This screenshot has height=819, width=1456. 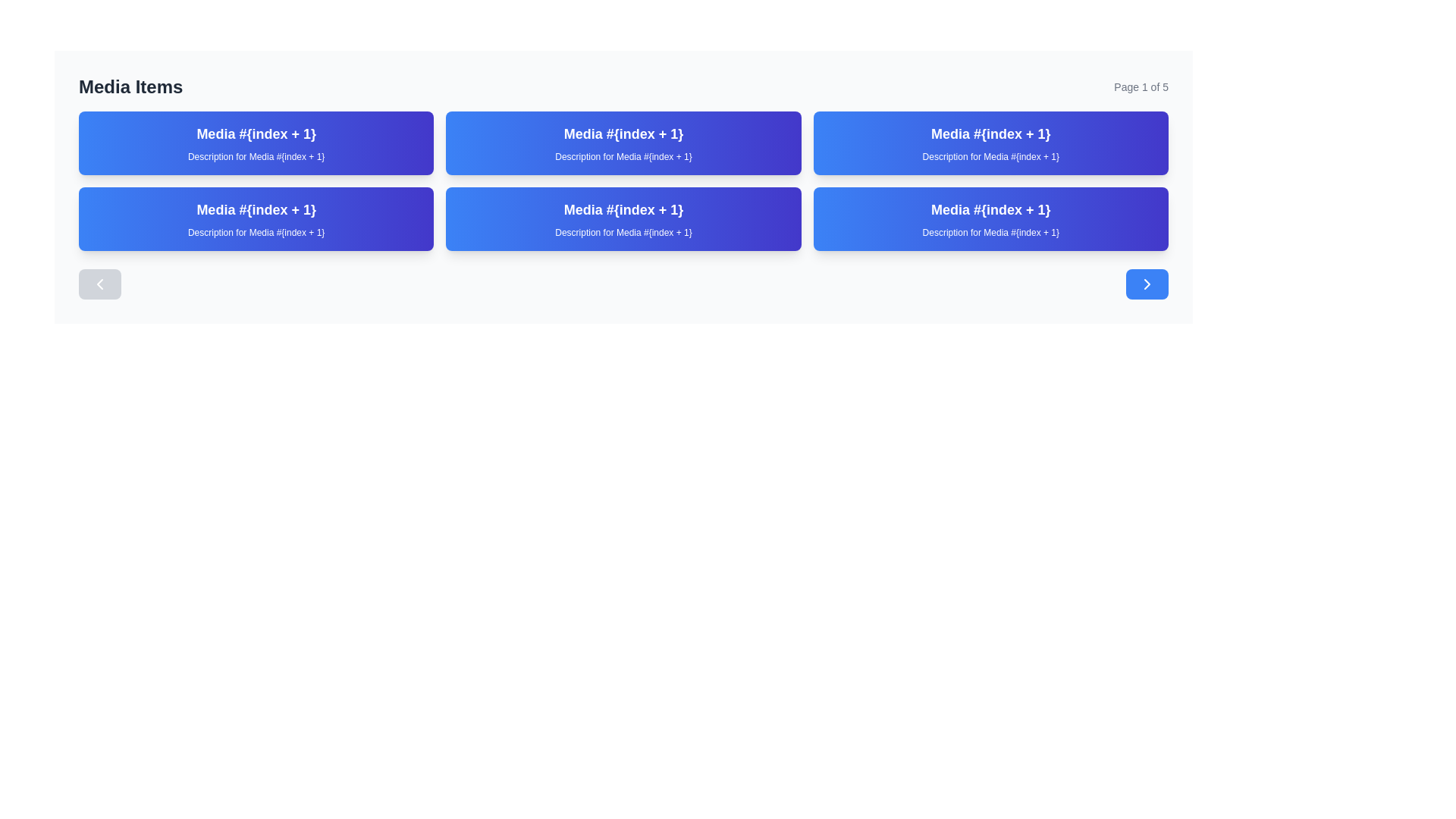 What do you see at coordinates (99, 284) in the screenshot?
I see `the 'go to previous page' button icon (Chevron) for keyboard navigation` at bounding box center [99, 284].